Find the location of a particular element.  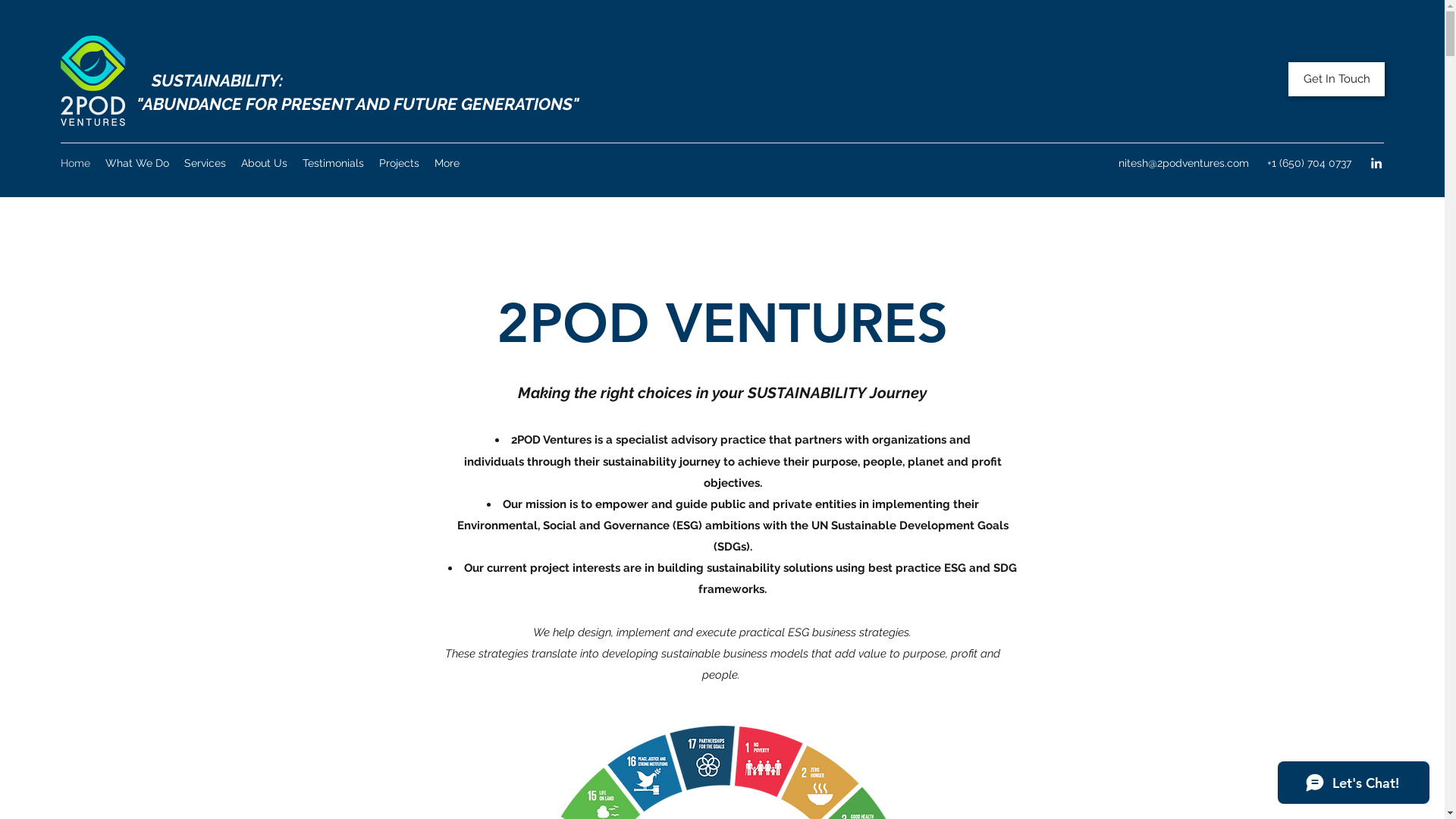

'Get In Touch' is located at coordinates (1336, 79).